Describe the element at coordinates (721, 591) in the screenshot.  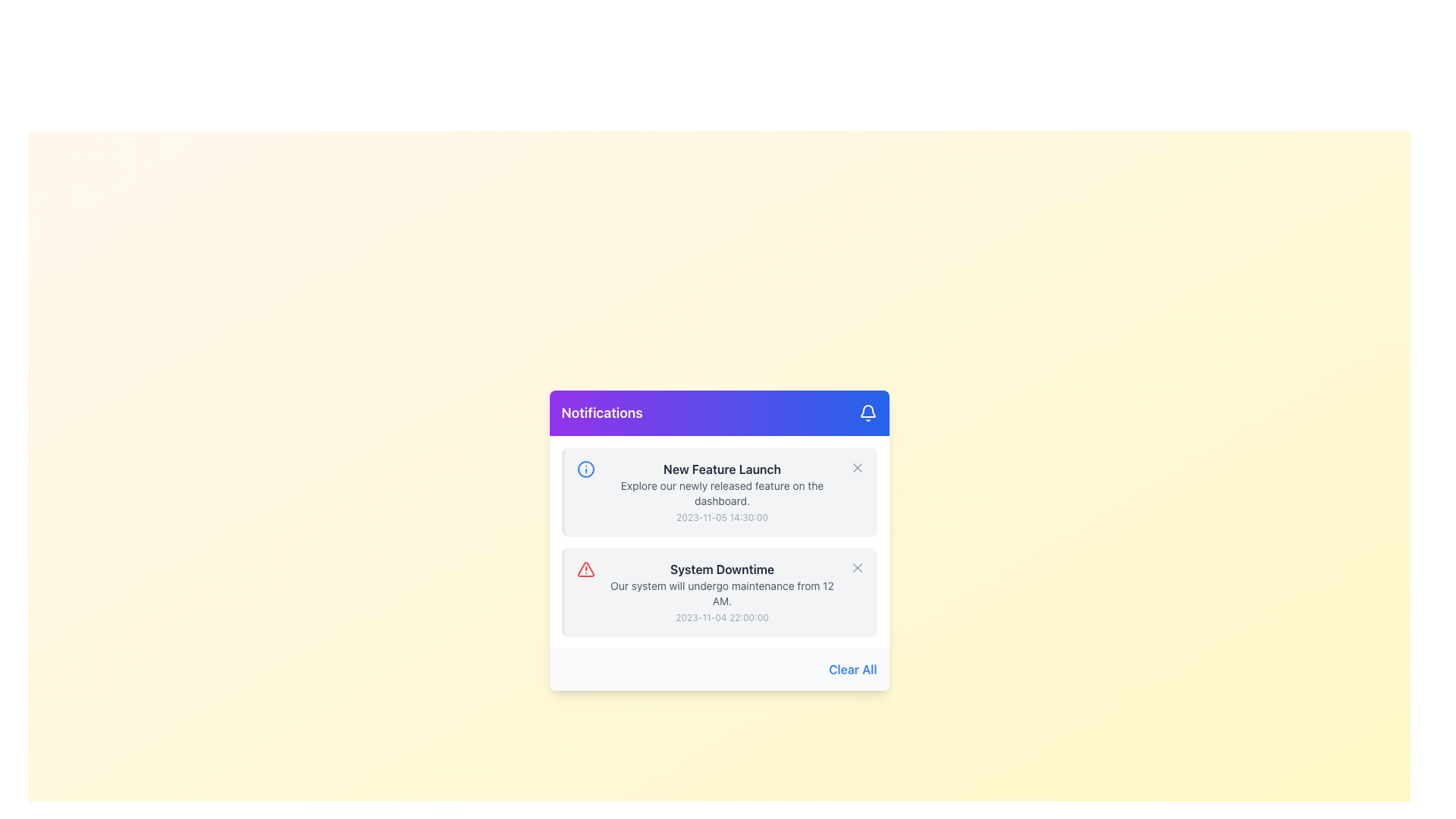
I see `announcement details from the text content located in the second notification card within the notifications panel, which provides information about upcoming system downtime` at that location.